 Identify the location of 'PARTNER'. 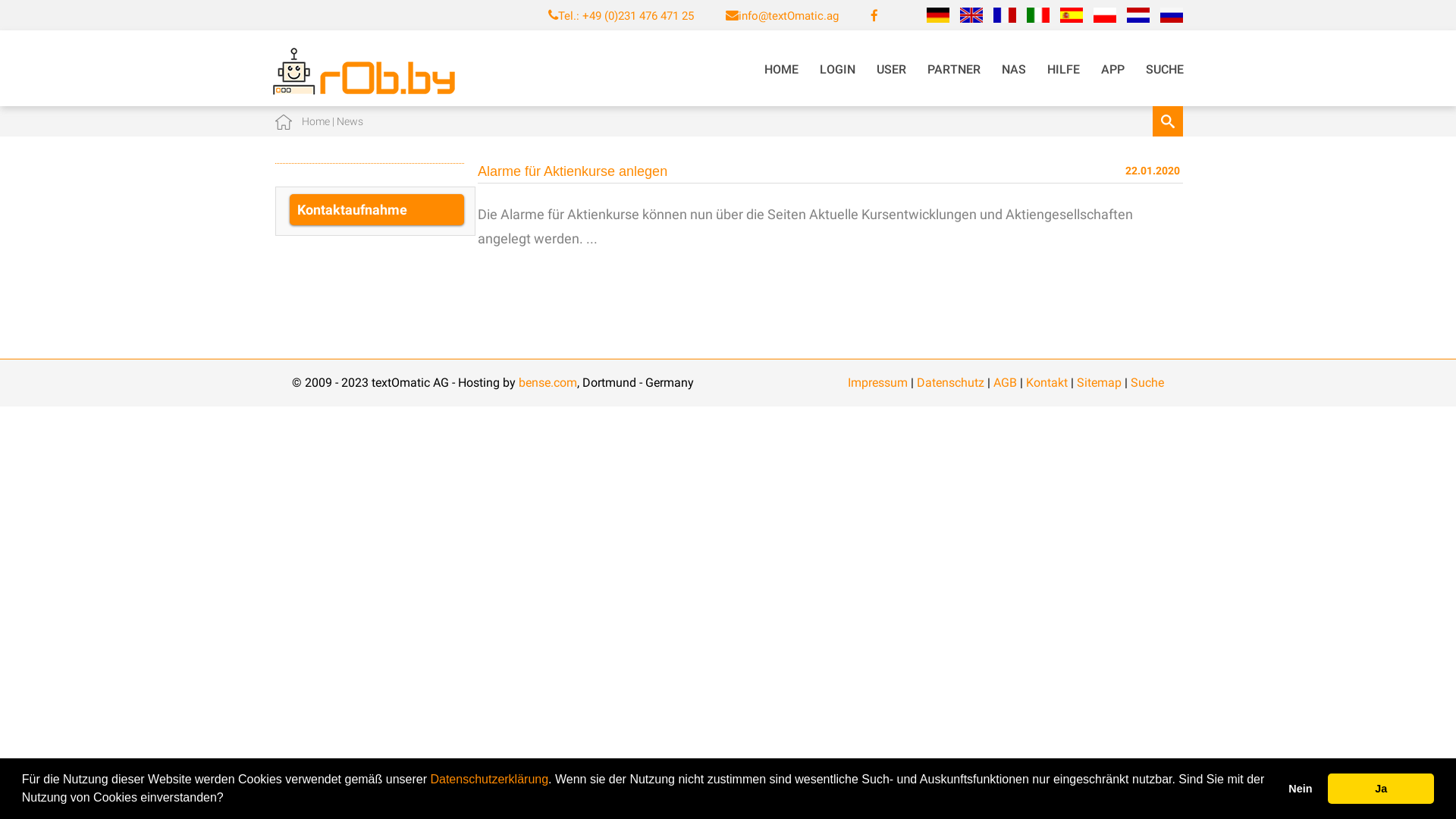
(952, 69).